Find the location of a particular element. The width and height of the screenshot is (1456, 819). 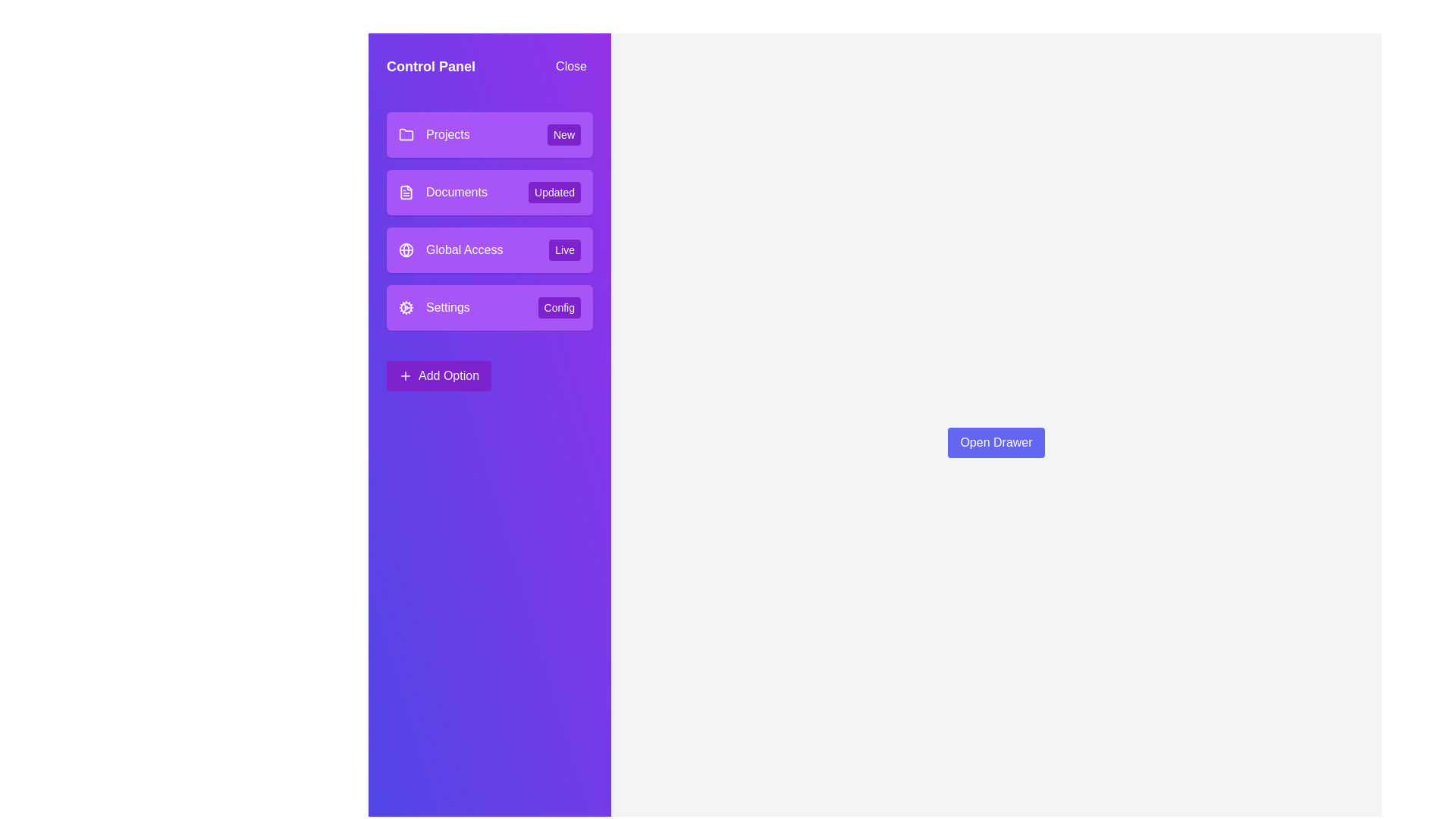

the tag associated with the menu item Settings is located at coordinates (558, 307).